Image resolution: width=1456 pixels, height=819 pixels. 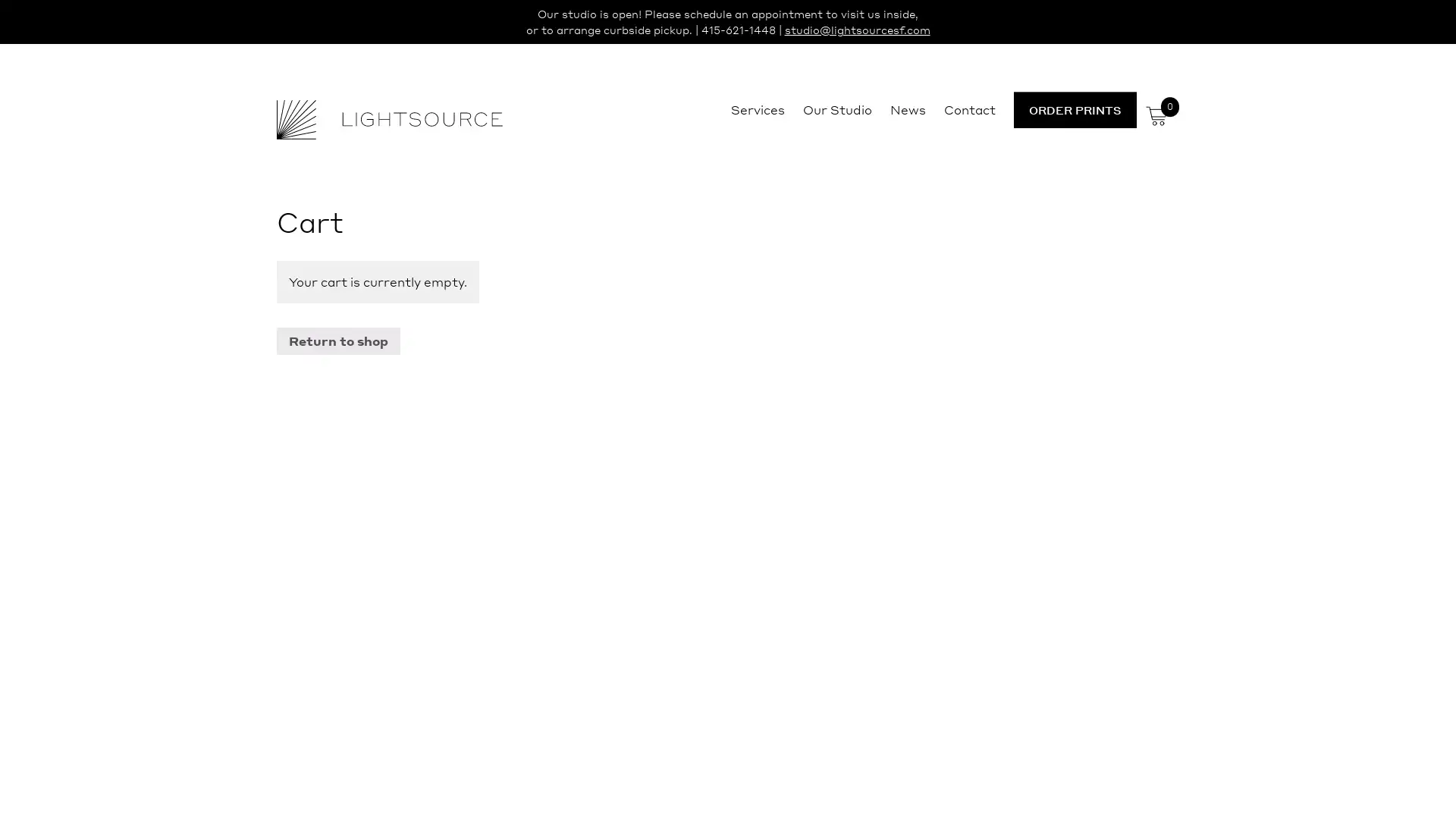 I want to click on Sign up, so click(x=870, y=528).